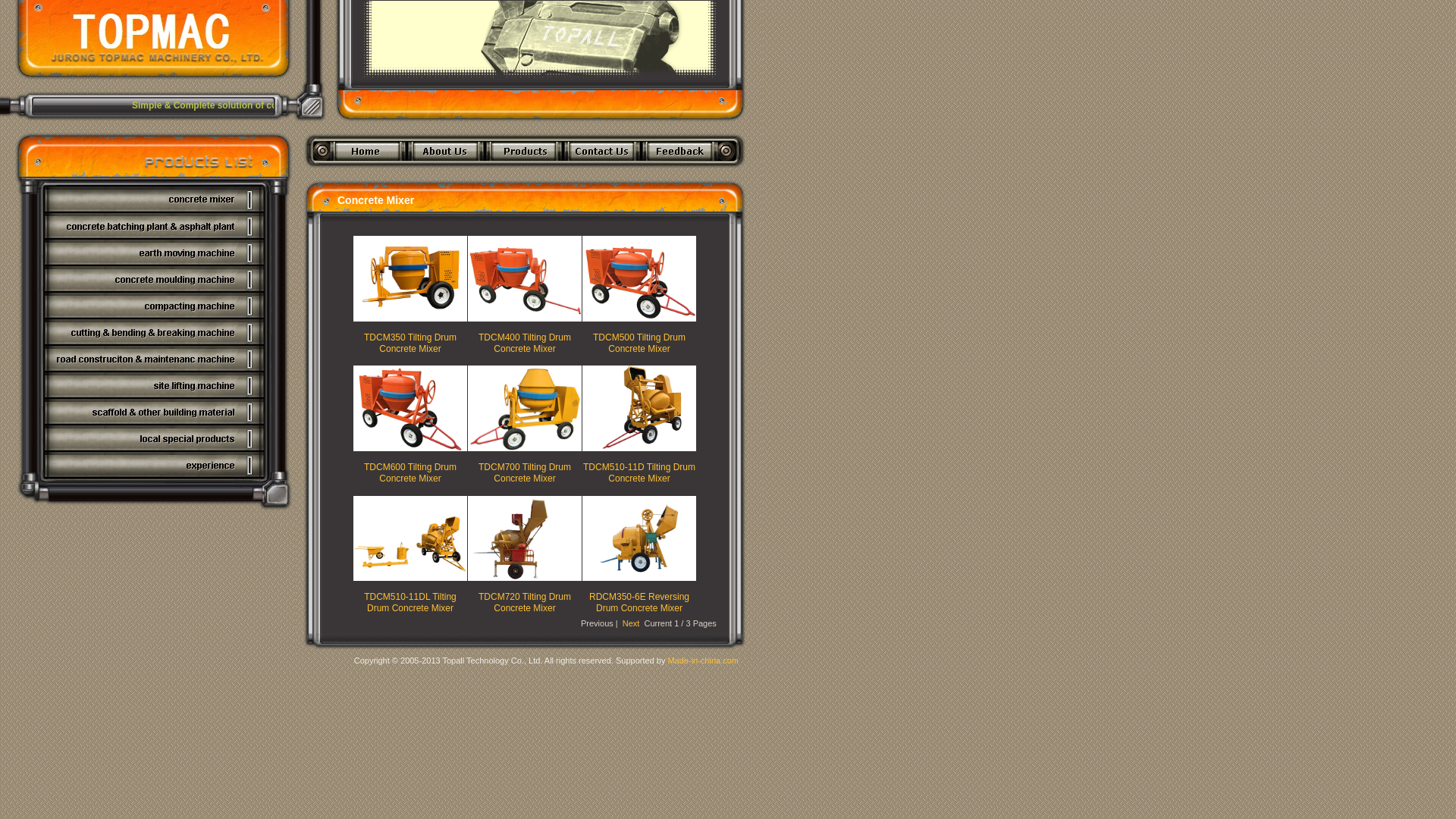 The width and height of the screenshot is (1456, 819). I want to click on 'ralph lauren home', so click(961, 174).